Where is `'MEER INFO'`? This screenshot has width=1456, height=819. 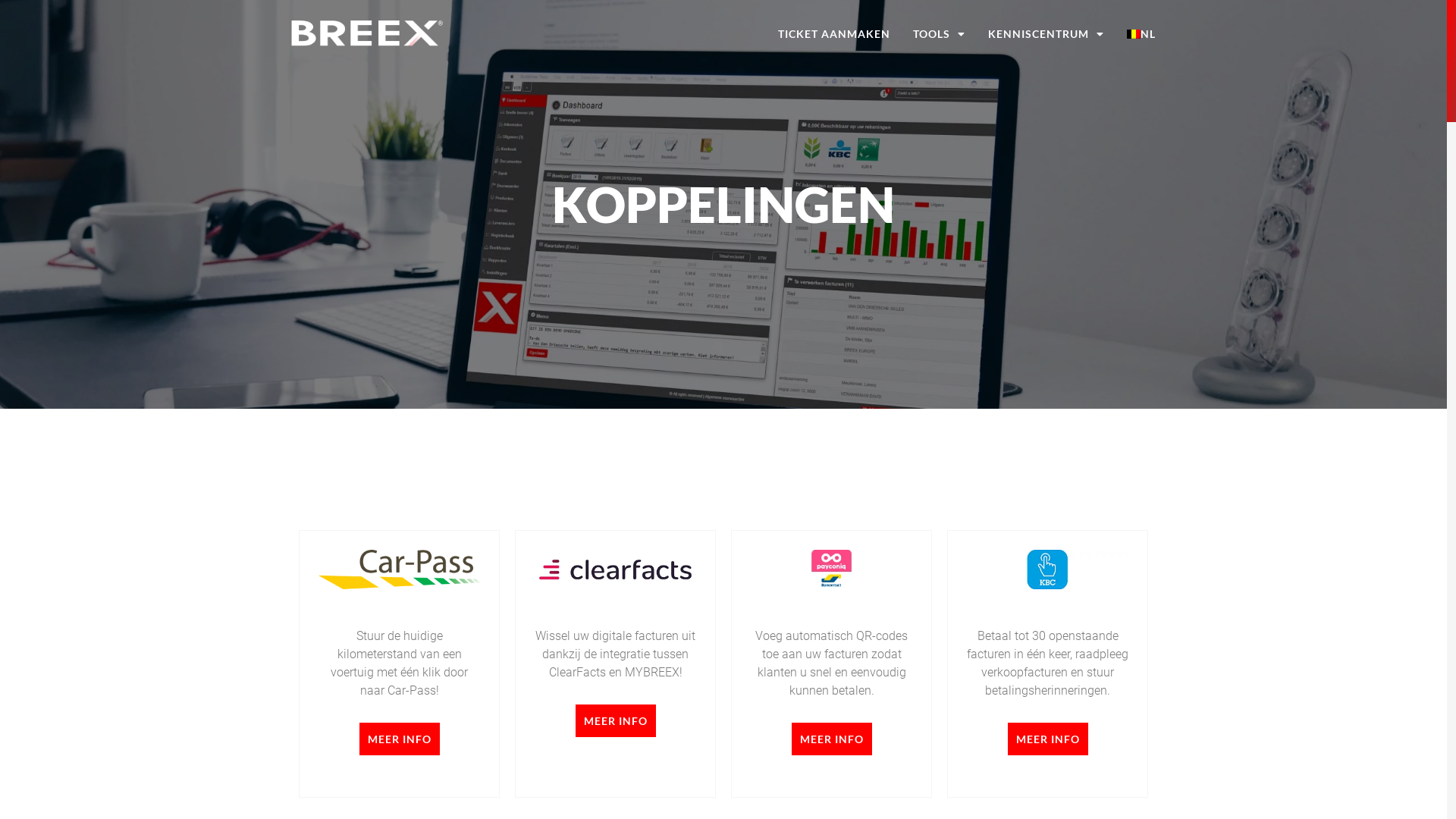 'MEER INFO' is located at coordinates (1046, 738).